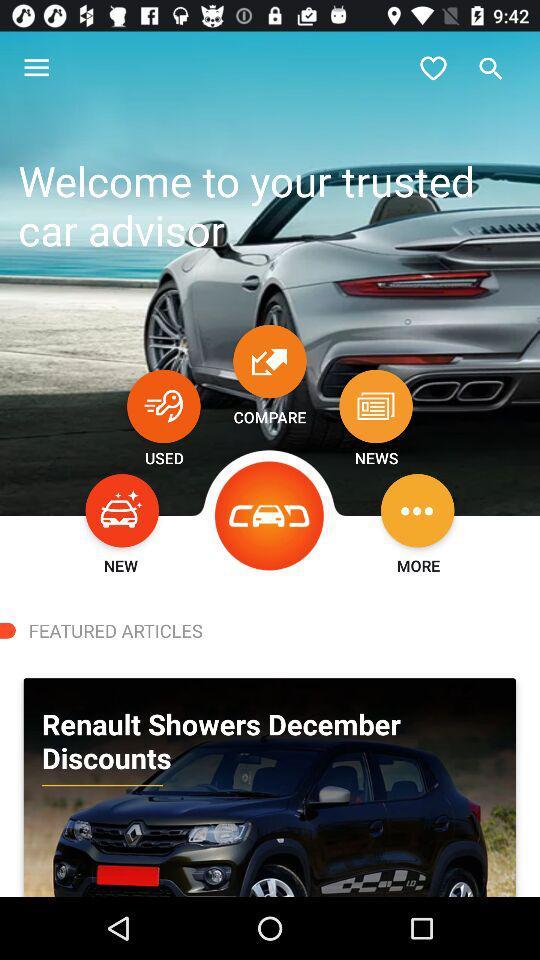 The height and width of the screenshot is (960, 540). Describe the element at coordinates (270, 360) in the screenshot. I see `icon above compare` at that location.